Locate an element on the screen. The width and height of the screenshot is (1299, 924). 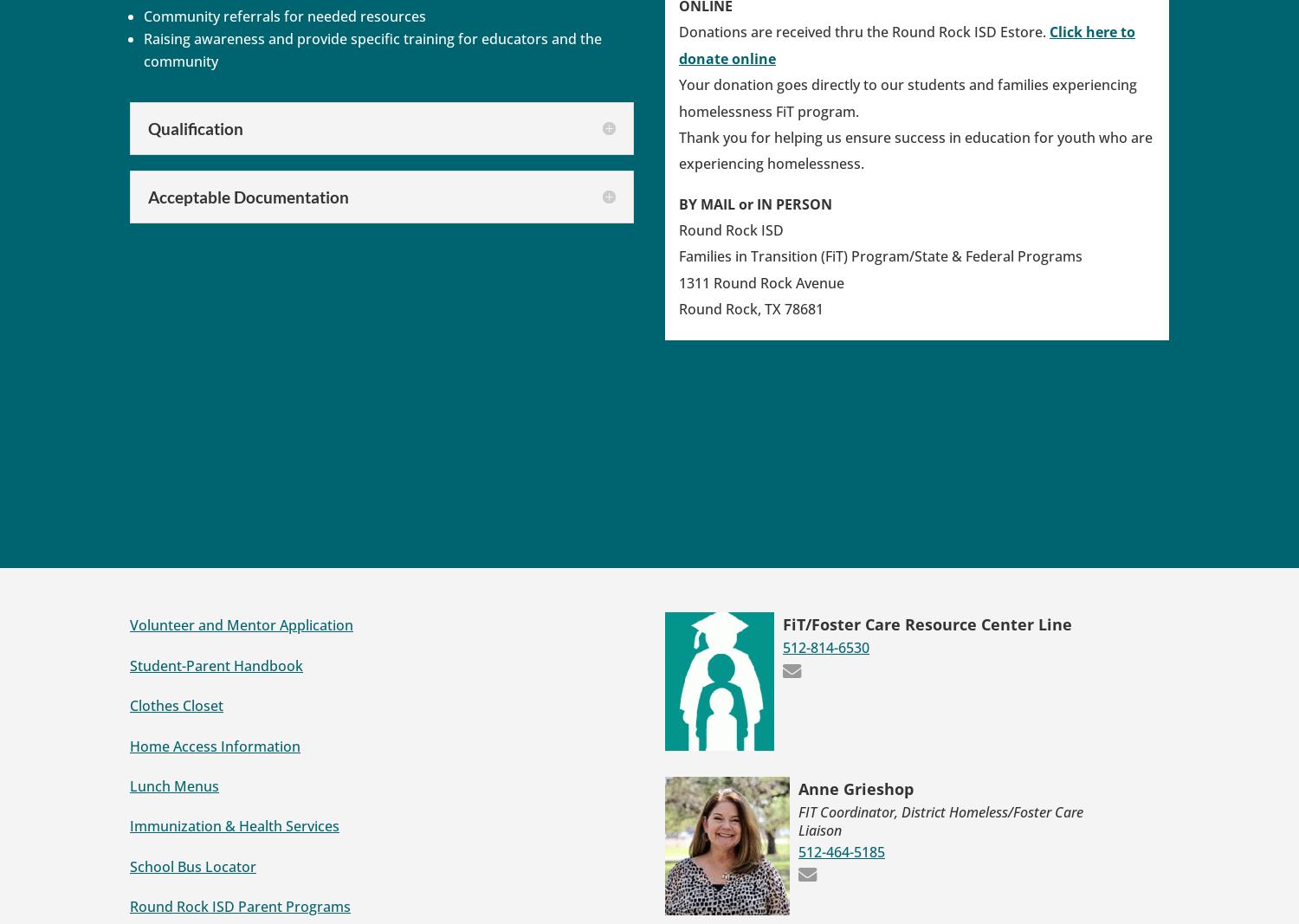
'Lunch Menus' is located at coordinates (130, 785).